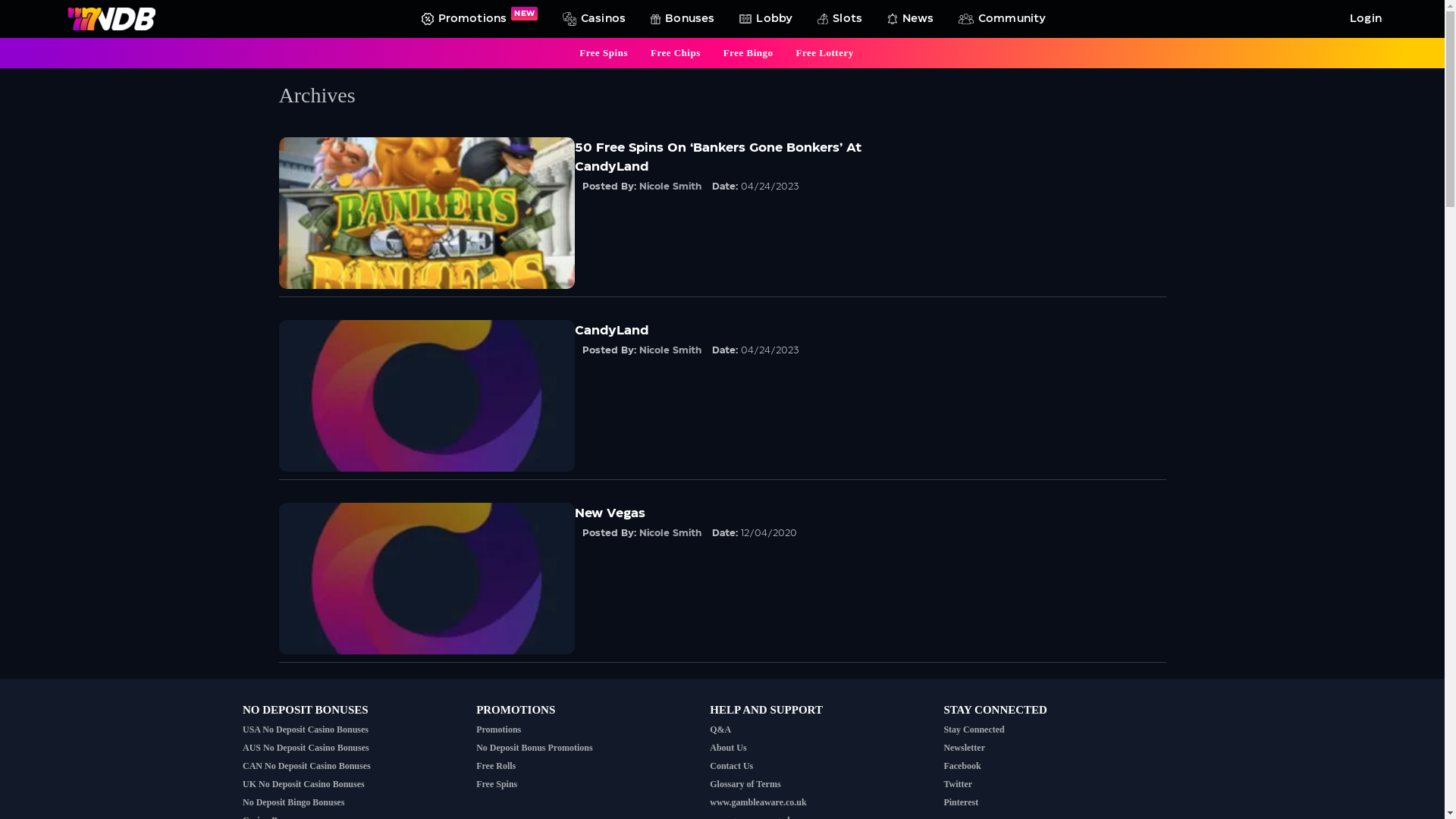 The height and width of the screenshot is (819, 1456). I want to click on 'Pinterest', so click(960, 801).